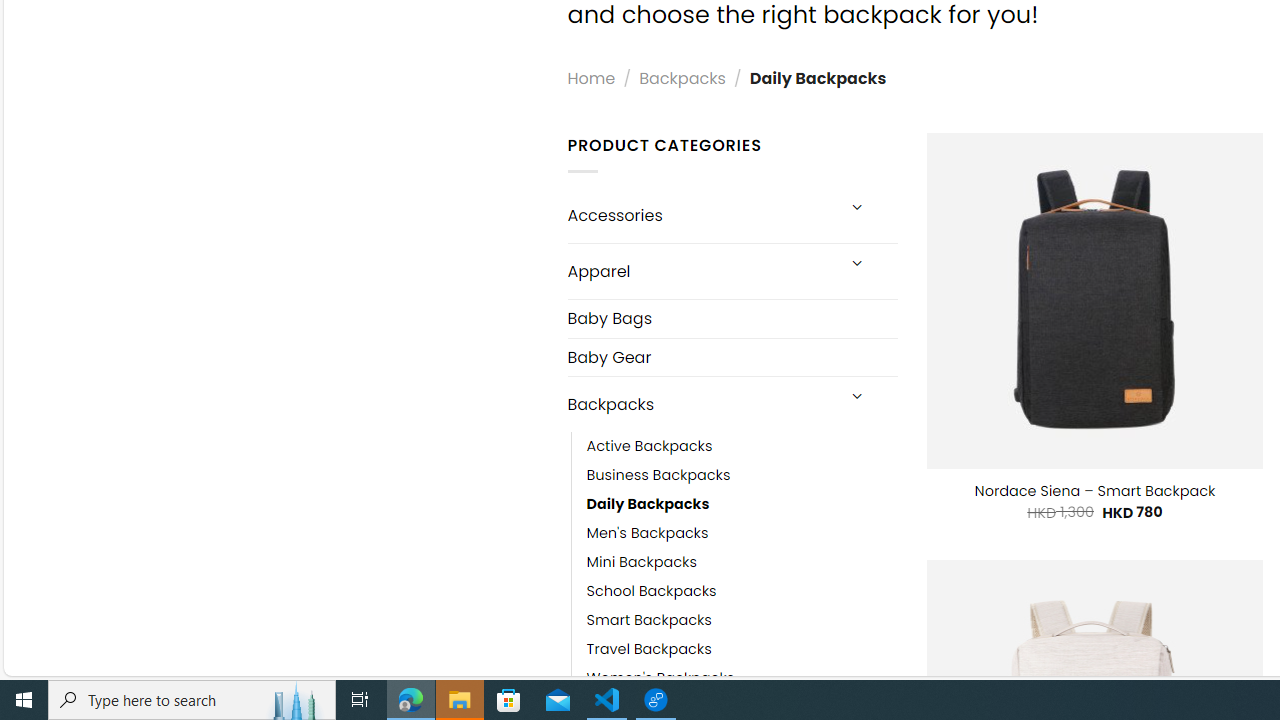 The height and width of the screenshot is (720, 1280). I want to click on 'Active Backpacks', so click(741, 446).